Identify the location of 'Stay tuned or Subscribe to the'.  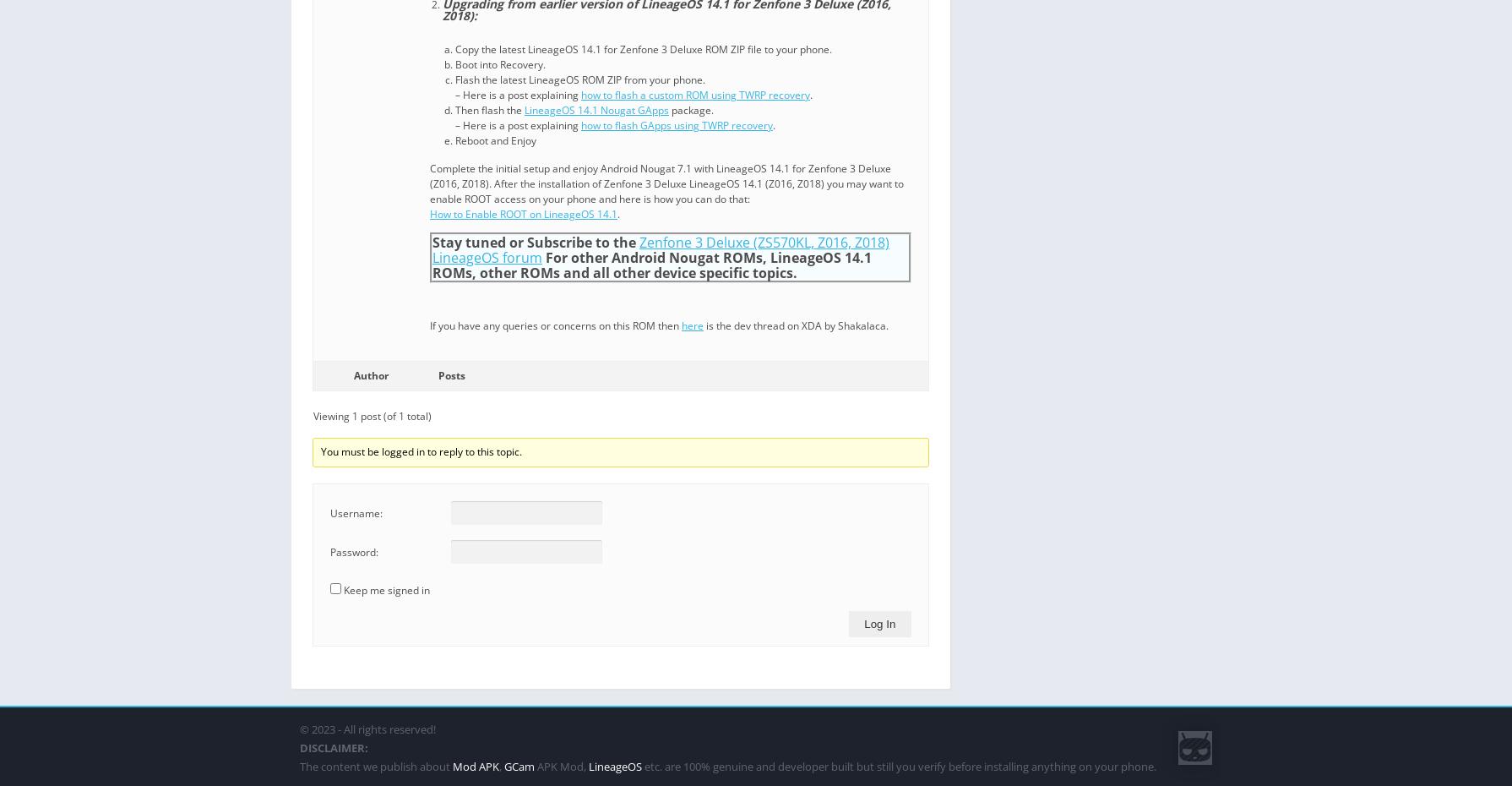
(535, 242).